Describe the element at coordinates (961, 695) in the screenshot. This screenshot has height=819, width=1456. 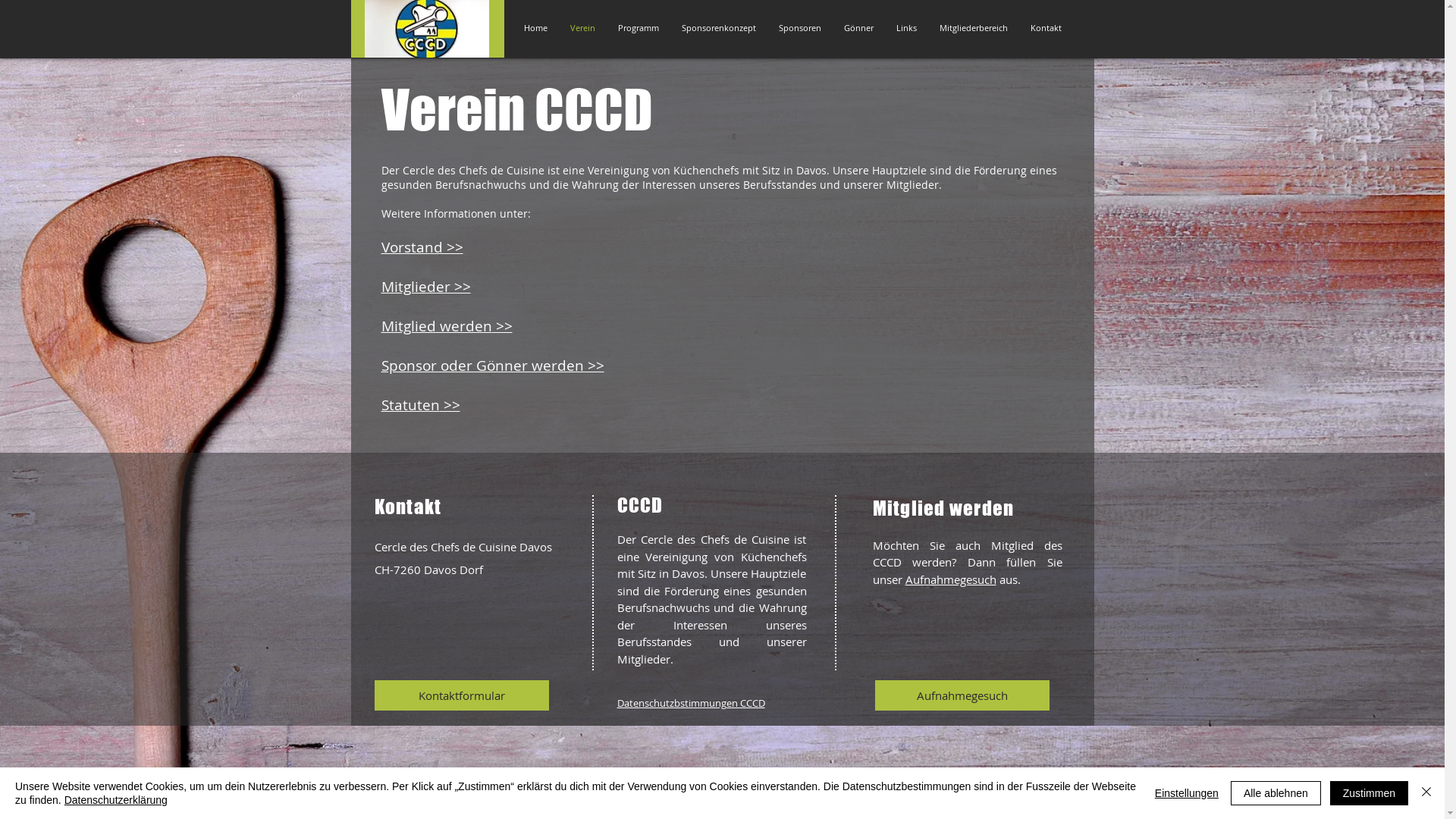
I see `'Aufnahmegesuch'` at that location.